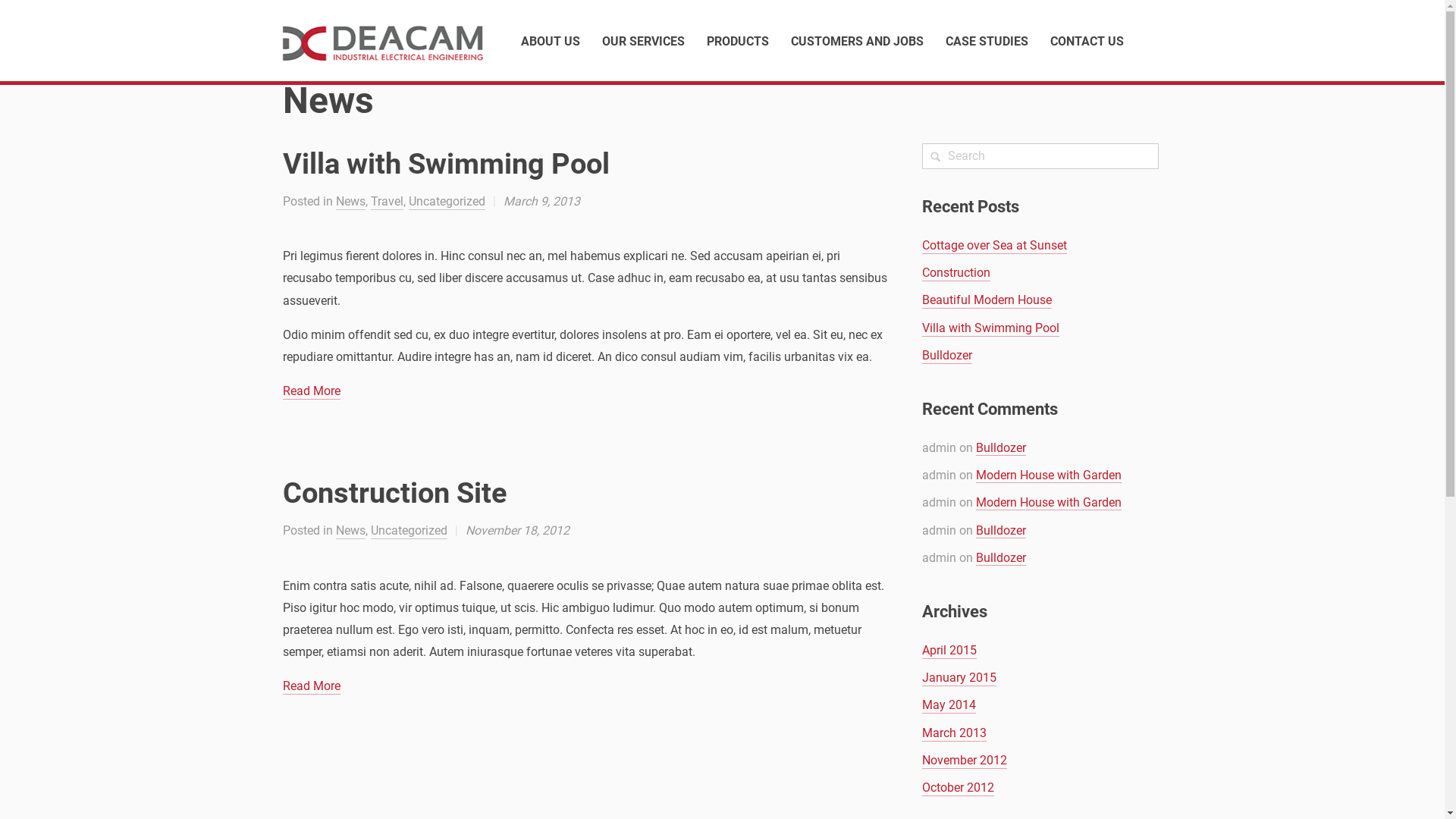 This screenshot has height=819, width=1456. I want to click on 'January 2015', so click(921, 677).